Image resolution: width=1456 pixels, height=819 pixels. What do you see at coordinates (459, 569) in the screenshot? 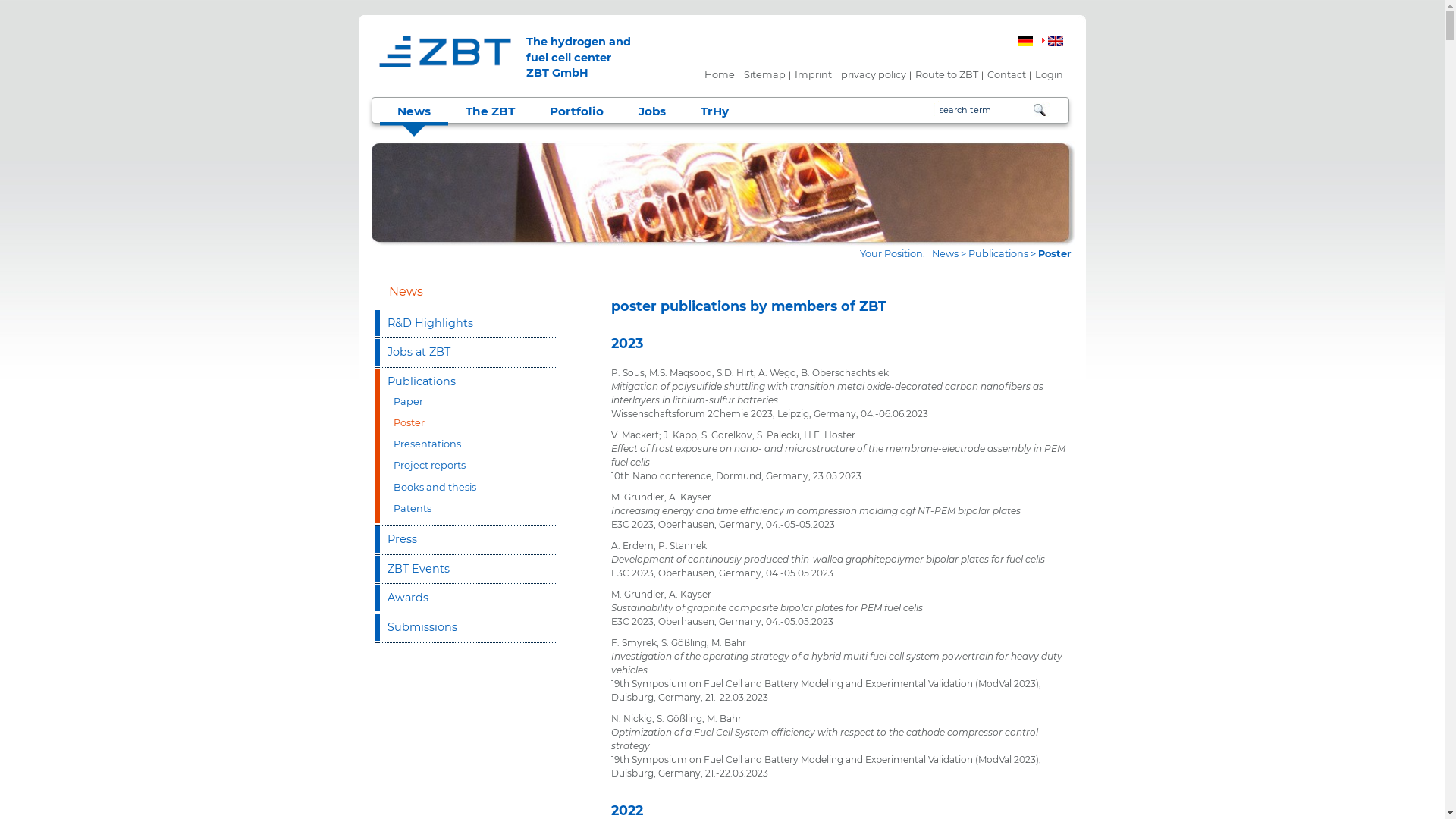
I see `'ZBT Events'` at bounding box center [459, 569].